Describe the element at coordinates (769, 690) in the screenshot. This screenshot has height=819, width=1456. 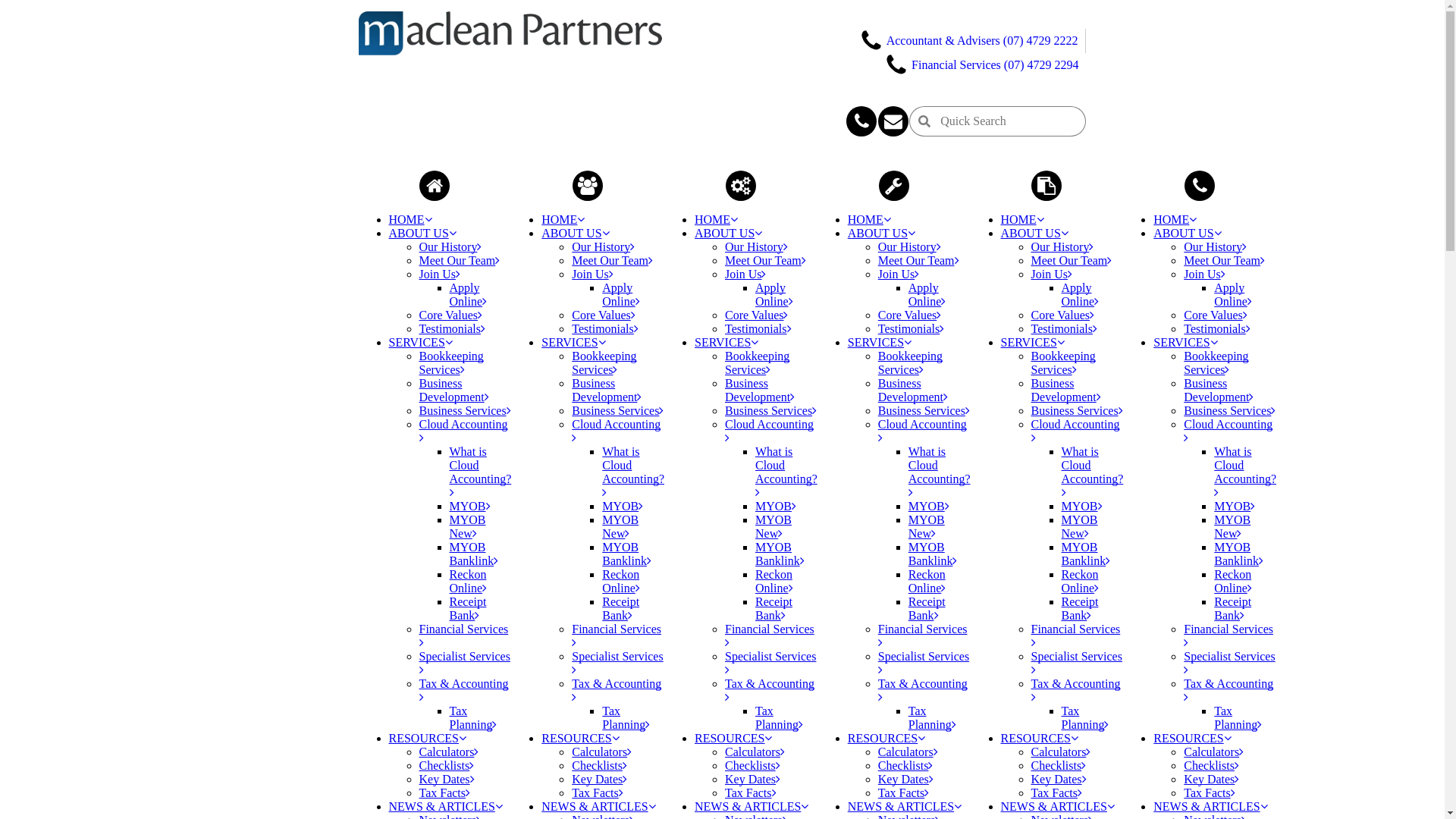
I see `'Tax & Accounting'` at that location.